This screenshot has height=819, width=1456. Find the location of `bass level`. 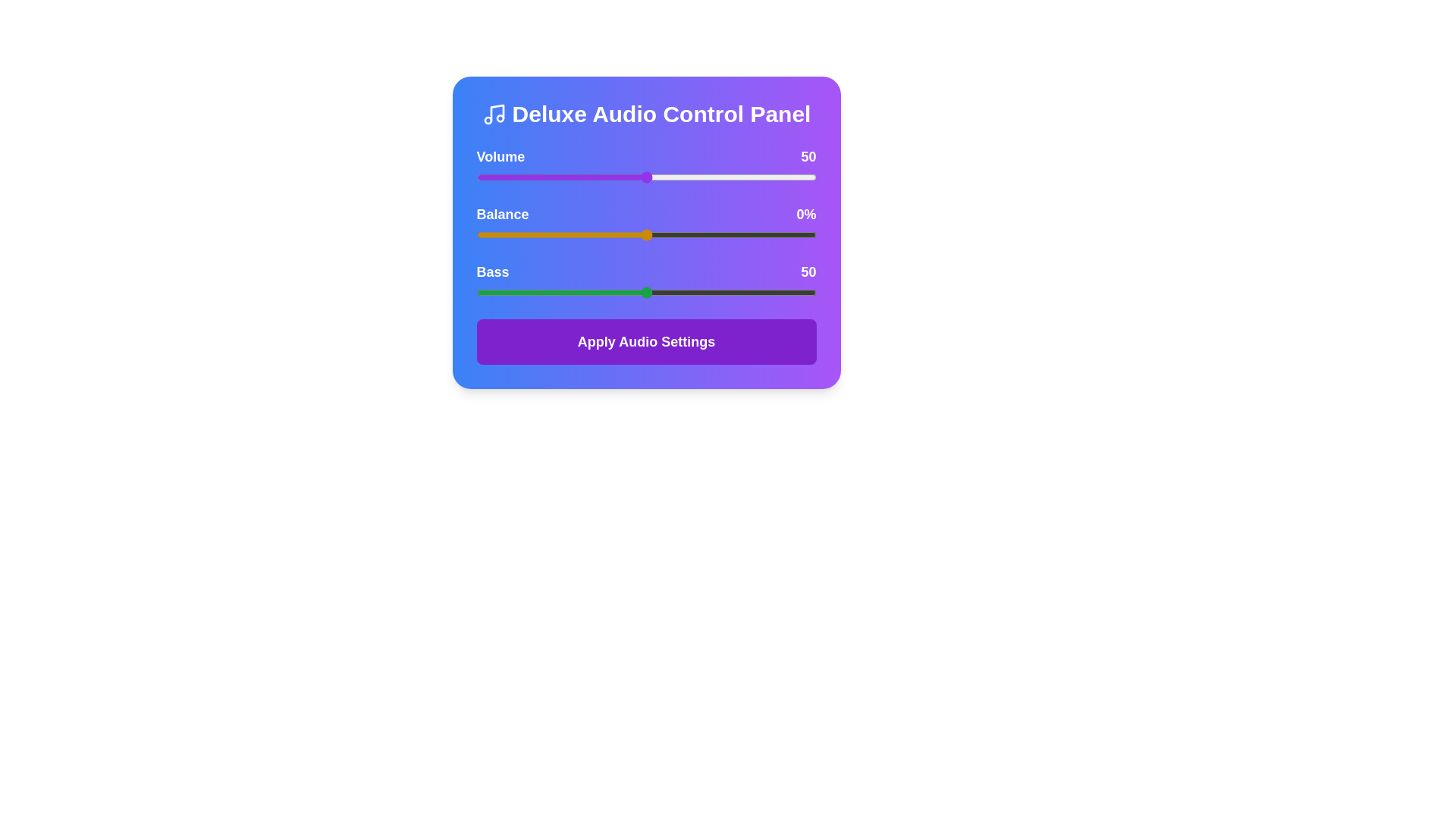

bass level is located at coordinates (673, 292).